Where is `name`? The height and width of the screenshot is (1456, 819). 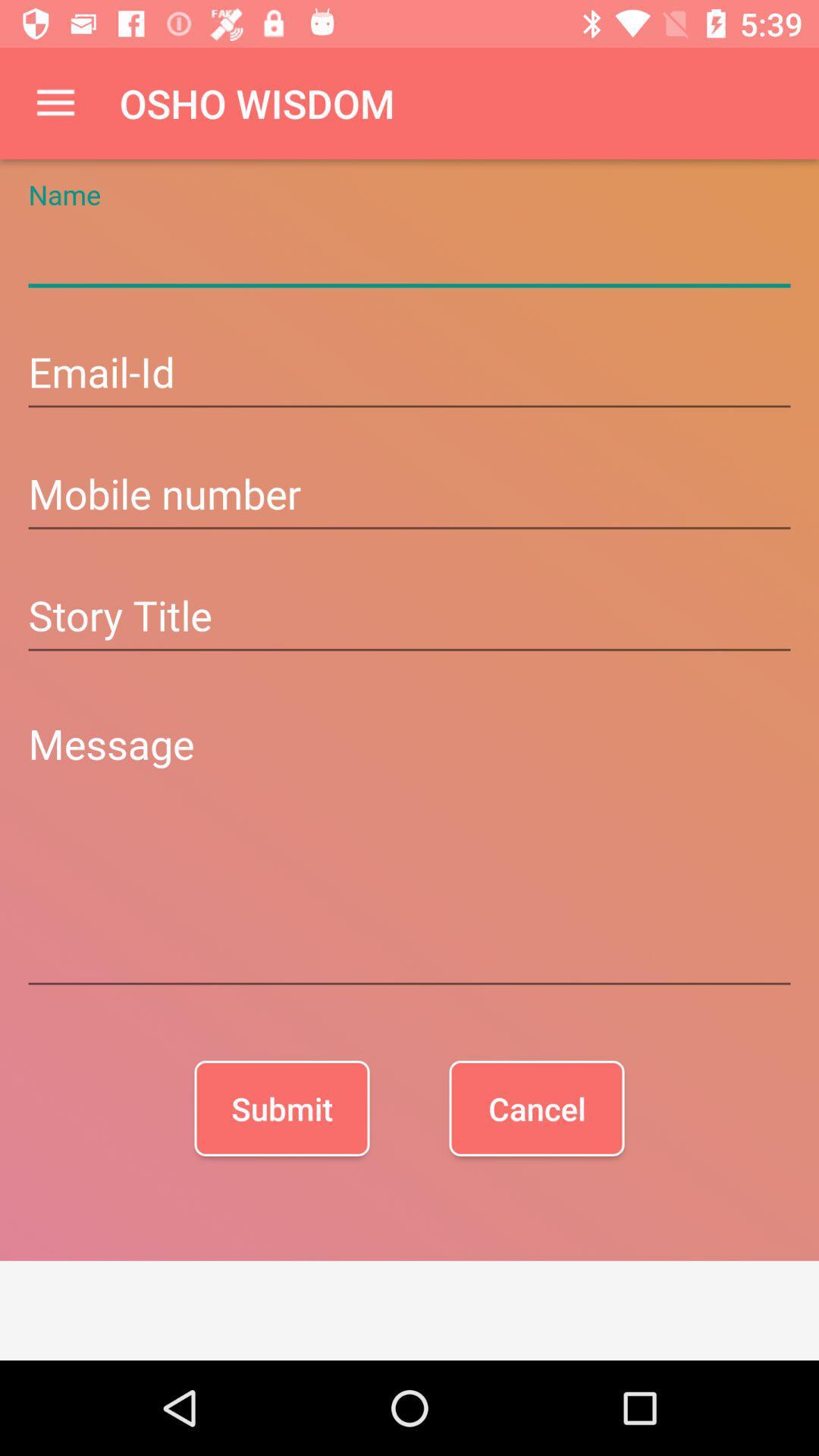 name is located at coordinates (409, 253).